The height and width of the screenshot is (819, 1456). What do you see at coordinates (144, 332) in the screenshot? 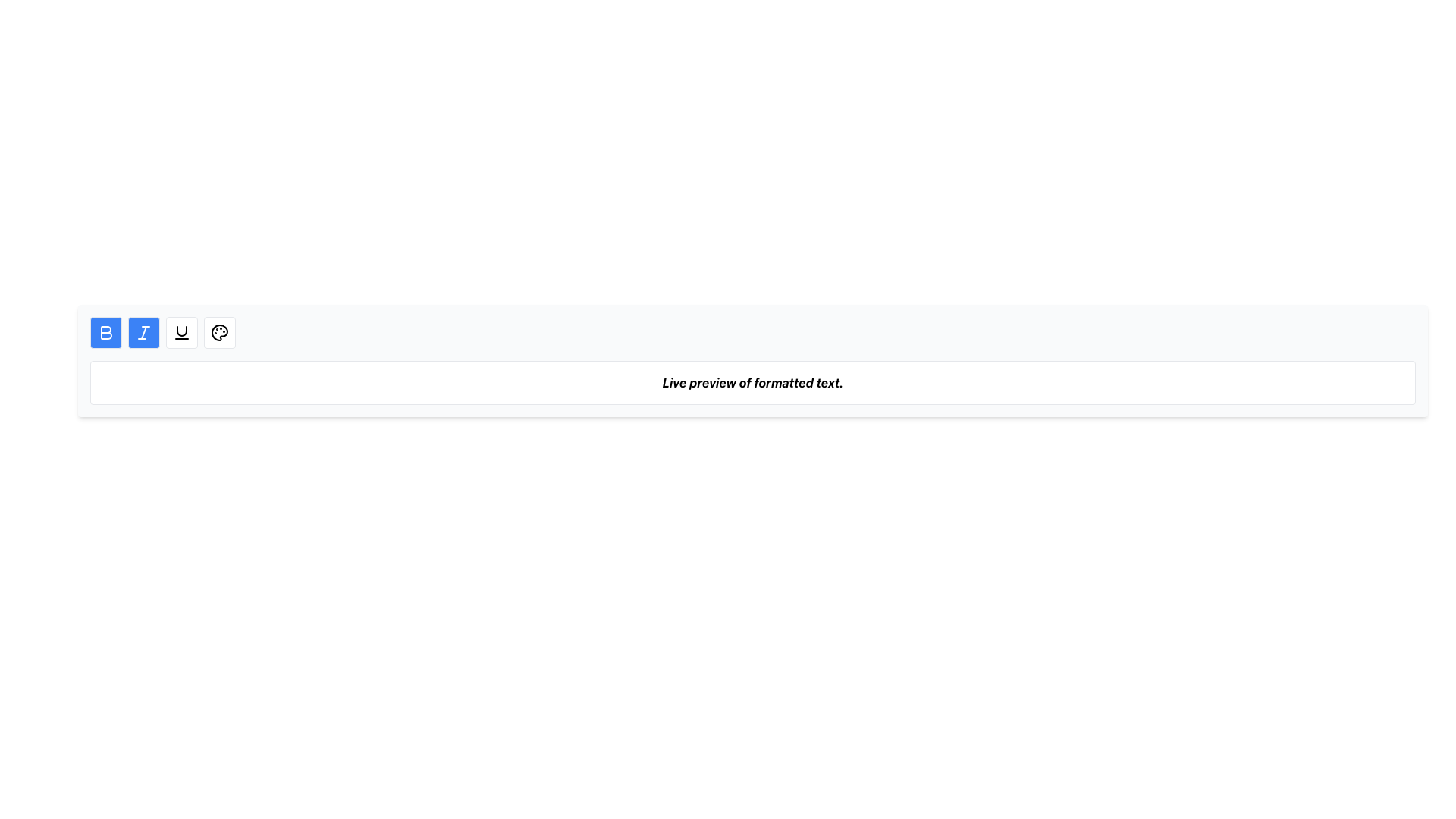
I see `the diagonal line SVG element within the italic text formatting icon` at bounding box center [144, 332].